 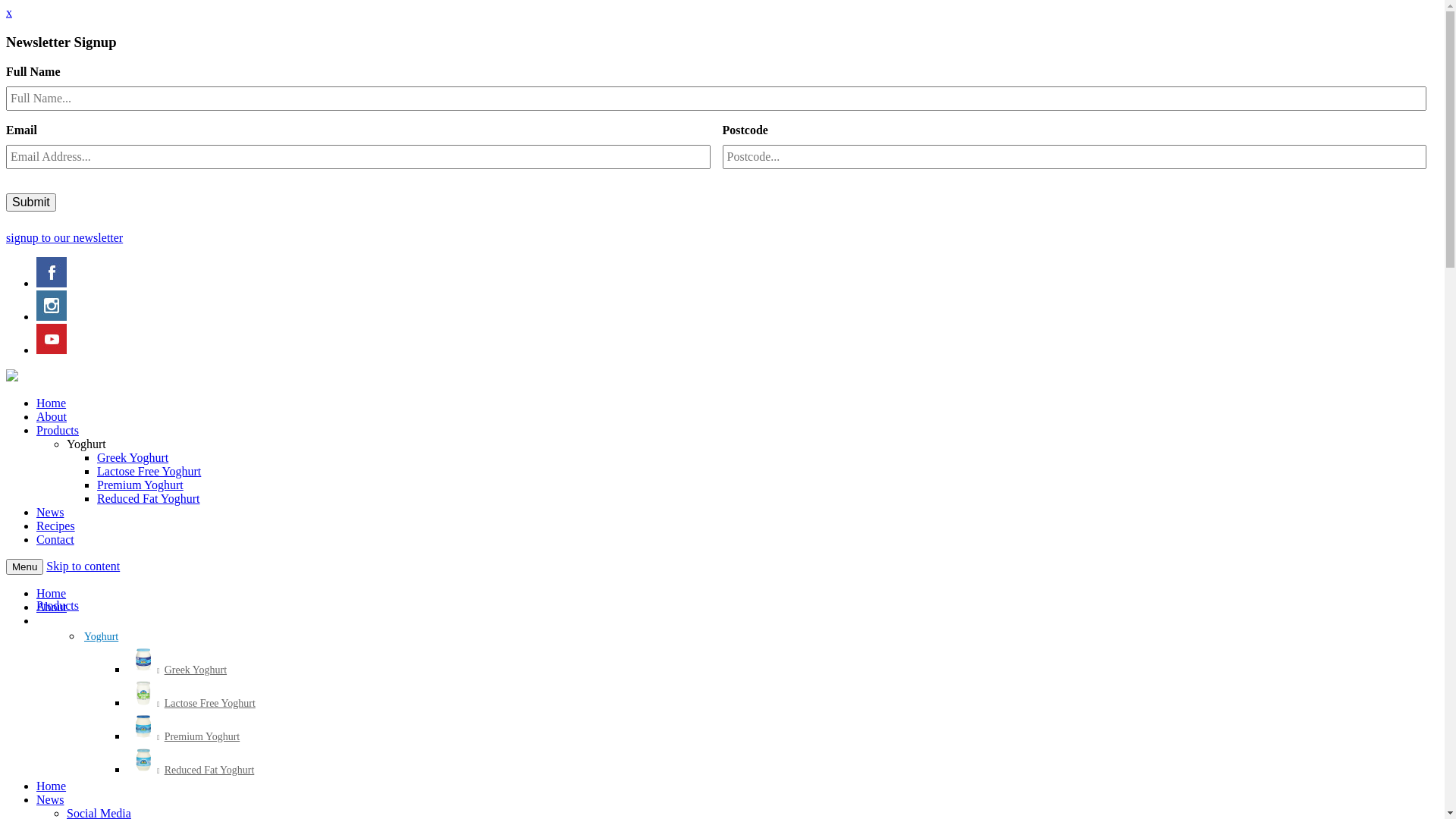 I want to click on 'Skip to content', so click(x=82, y=566).